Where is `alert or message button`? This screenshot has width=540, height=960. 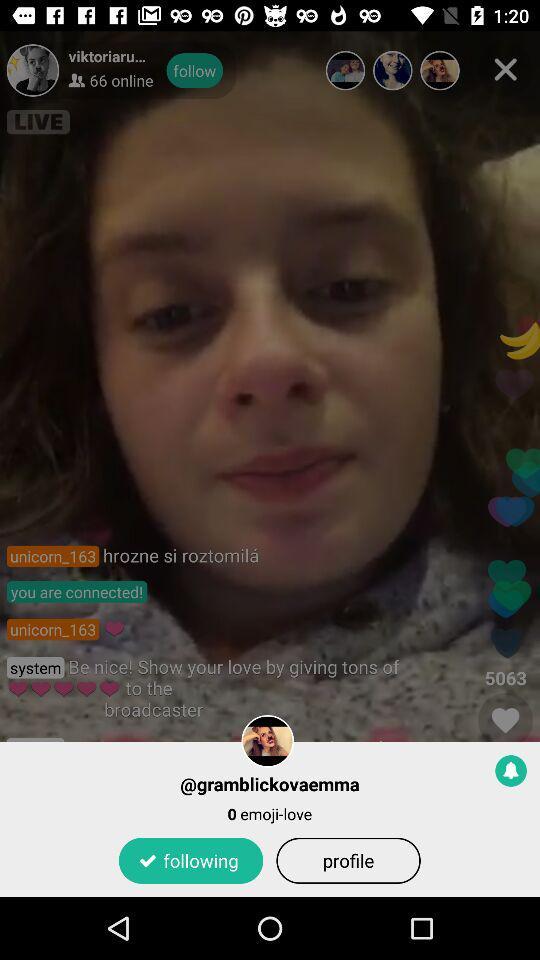
alert or message button is located at coordinates (511, 769).